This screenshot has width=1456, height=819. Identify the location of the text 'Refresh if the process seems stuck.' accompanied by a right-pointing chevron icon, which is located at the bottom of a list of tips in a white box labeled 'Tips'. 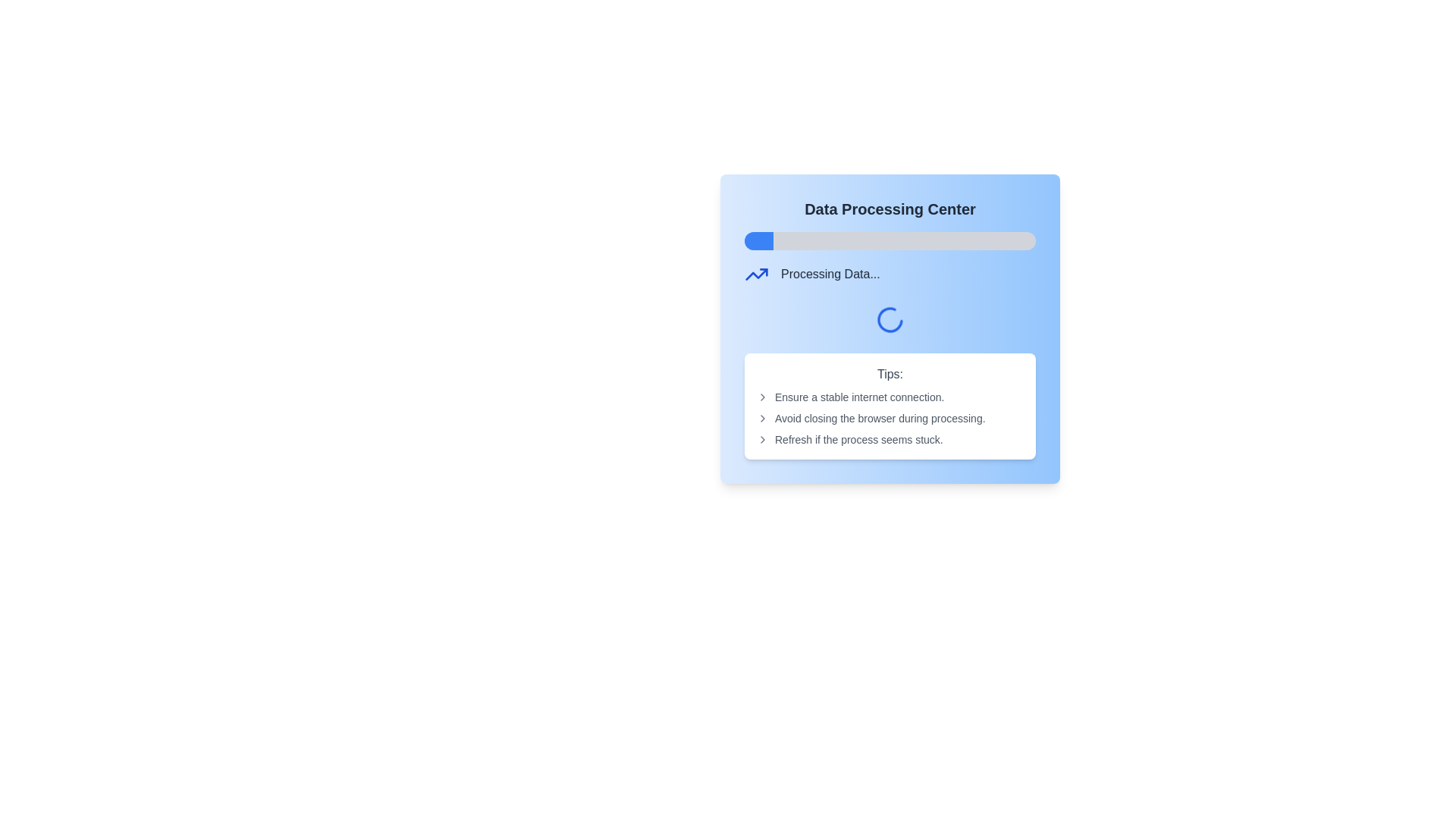
(890, 439).